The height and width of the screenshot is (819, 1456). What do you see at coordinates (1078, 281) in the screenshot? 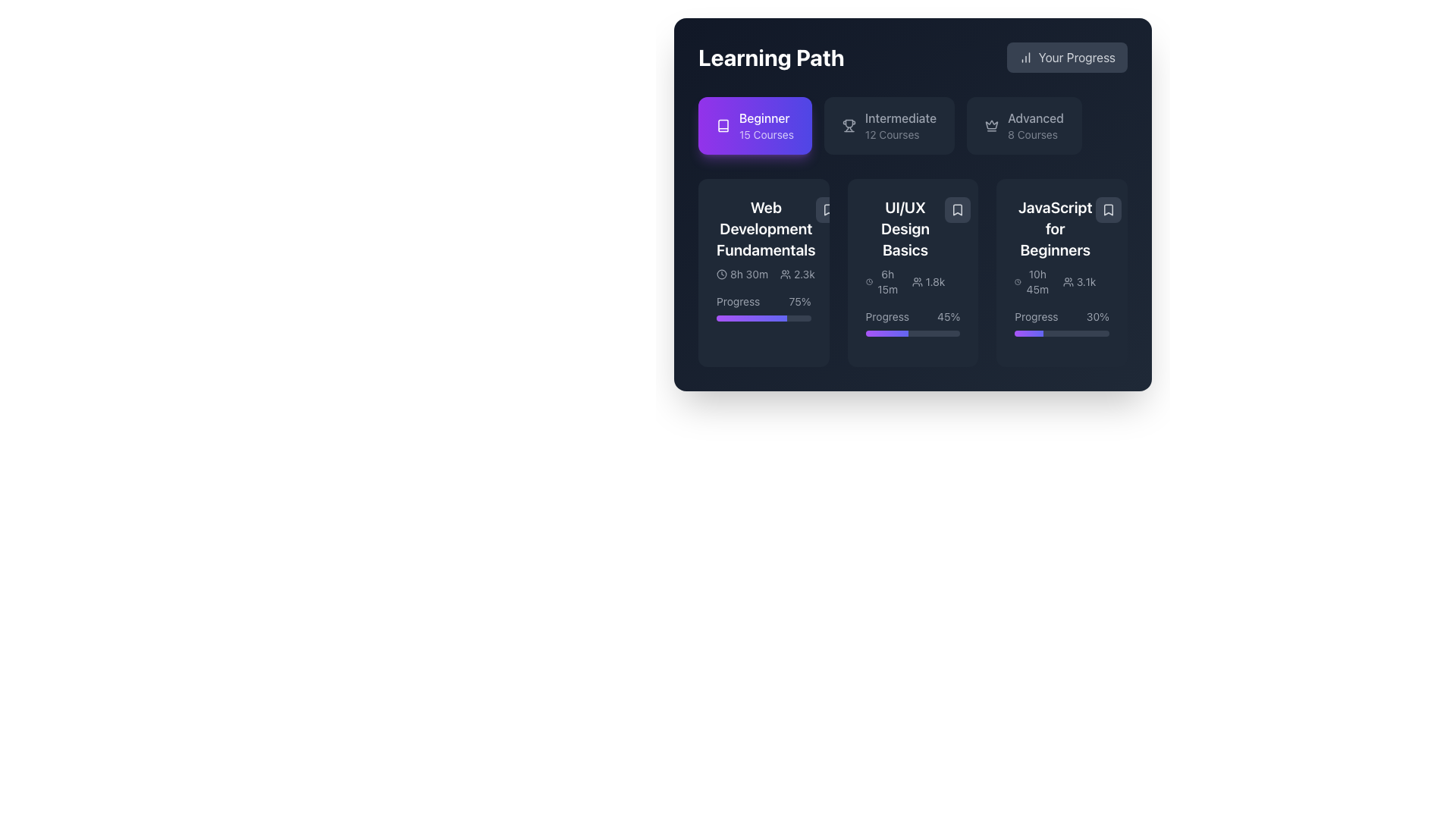
I see `the numeric metric display element in the bottom-right corner of the 'JavaScript for Beginners' card` at bounding box center [1078, 281].